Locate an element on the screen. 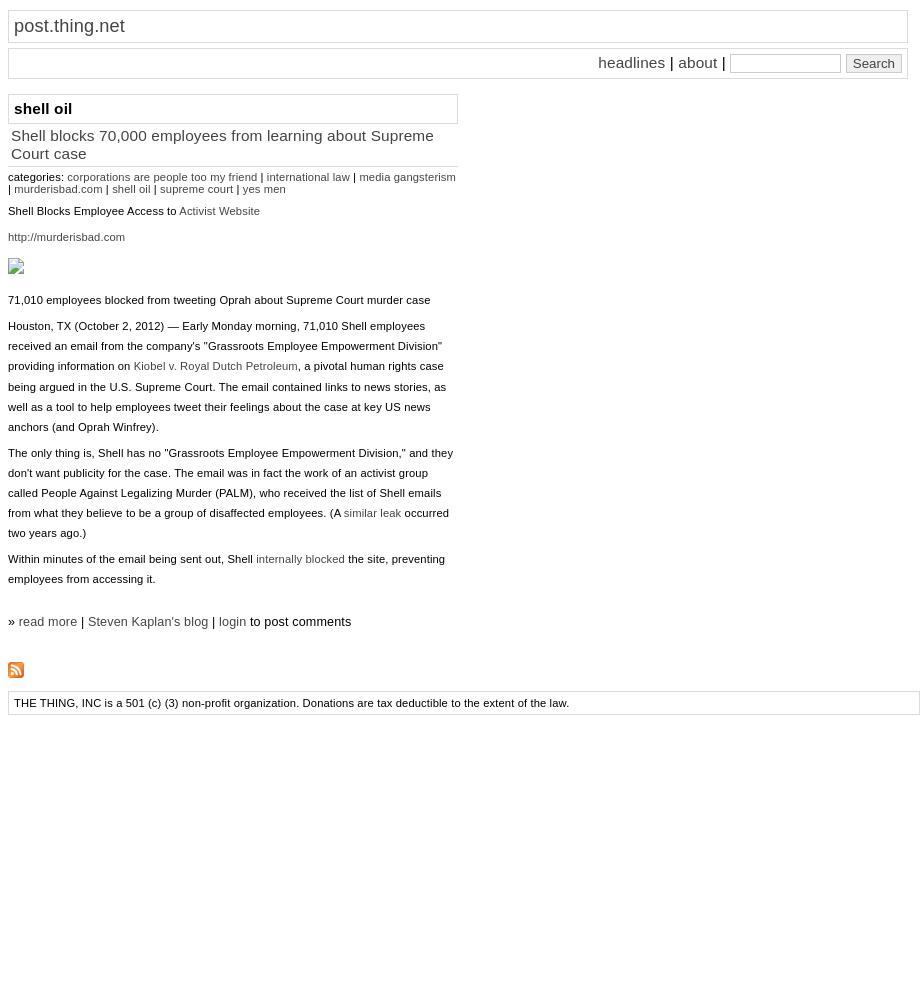 The height and width of the screenshot is (1000, 920). 'Shell Blocks Employee Access to' is located at coordinates (93, 210).